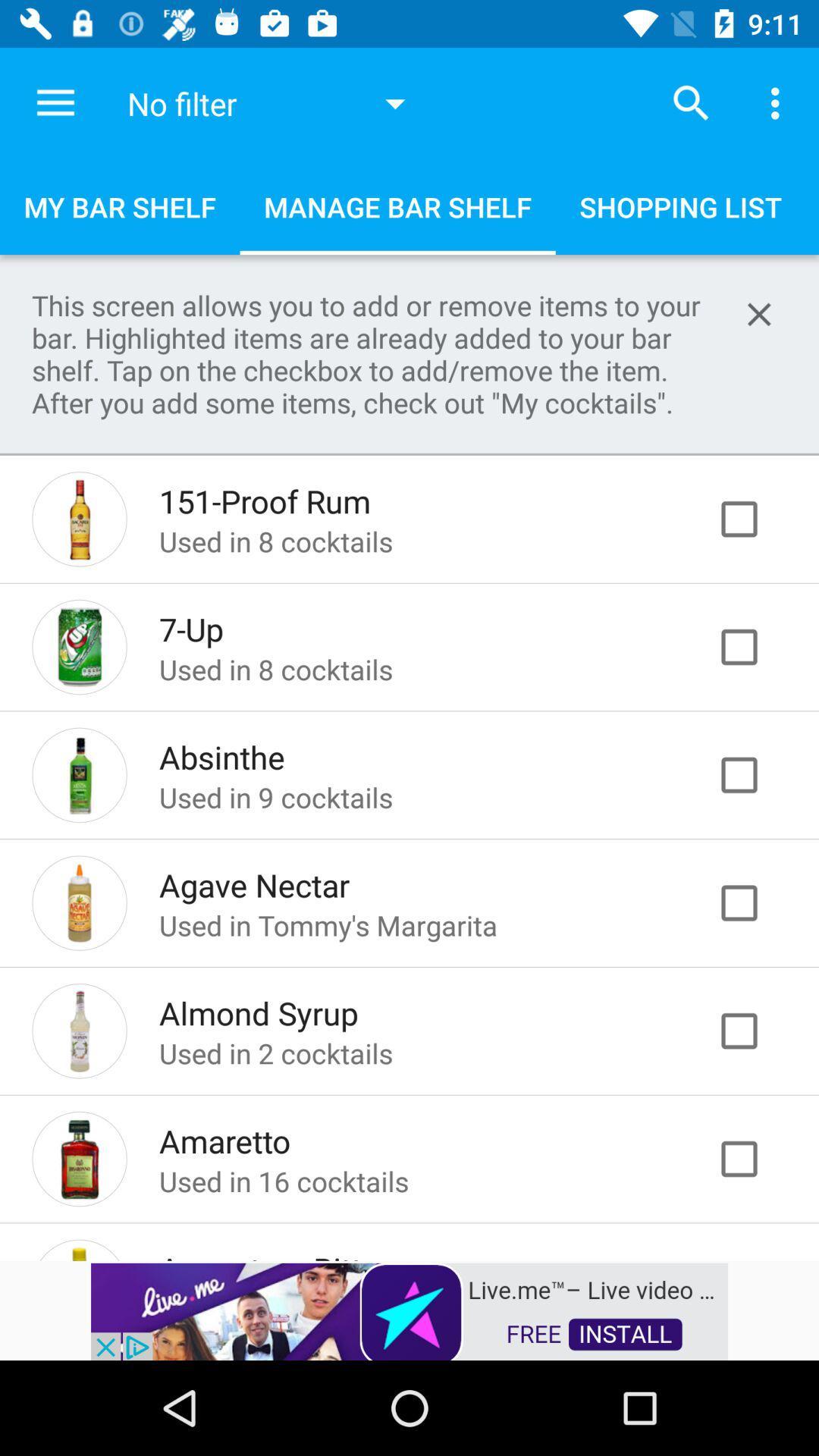  What do you see at coordinates (755, 1031) in the screenshot?
I see `to bar` at bounding box center [755, 1031].